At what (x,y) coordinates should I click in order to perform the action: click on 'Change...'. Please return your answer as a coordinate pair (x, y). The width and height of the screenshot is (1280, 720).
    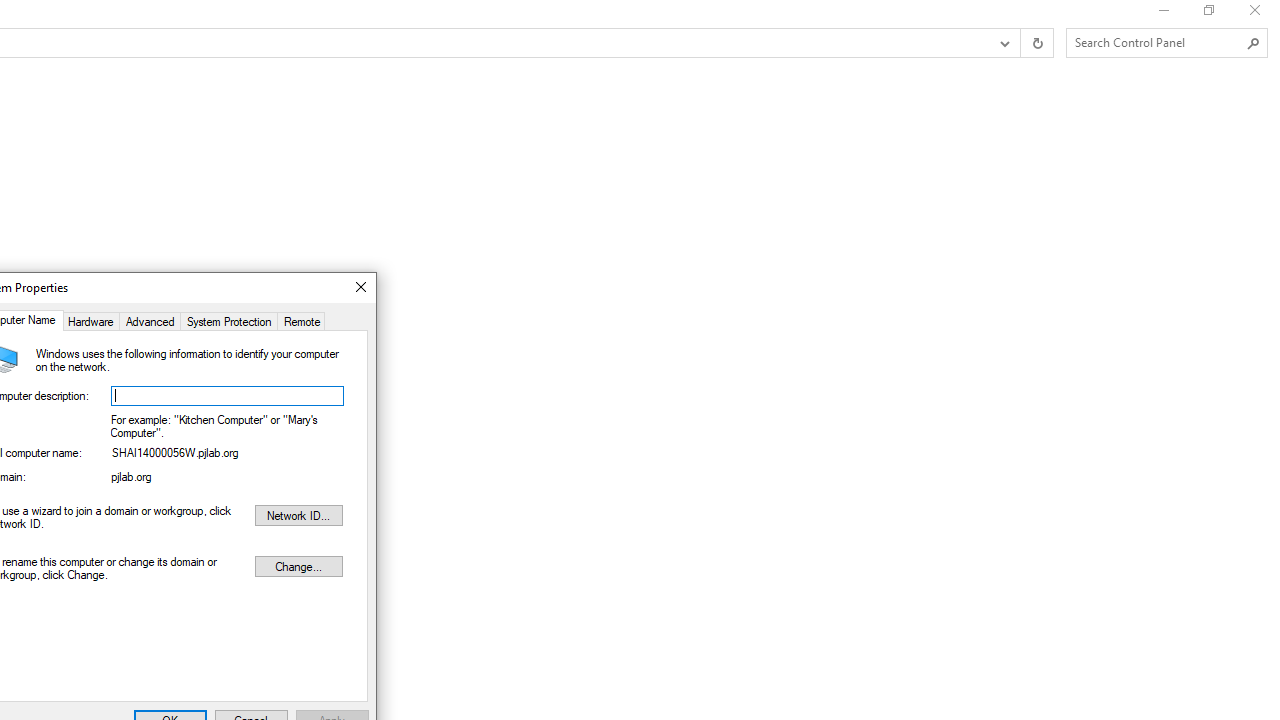
    Looking at the image, I should click on (297, 566).